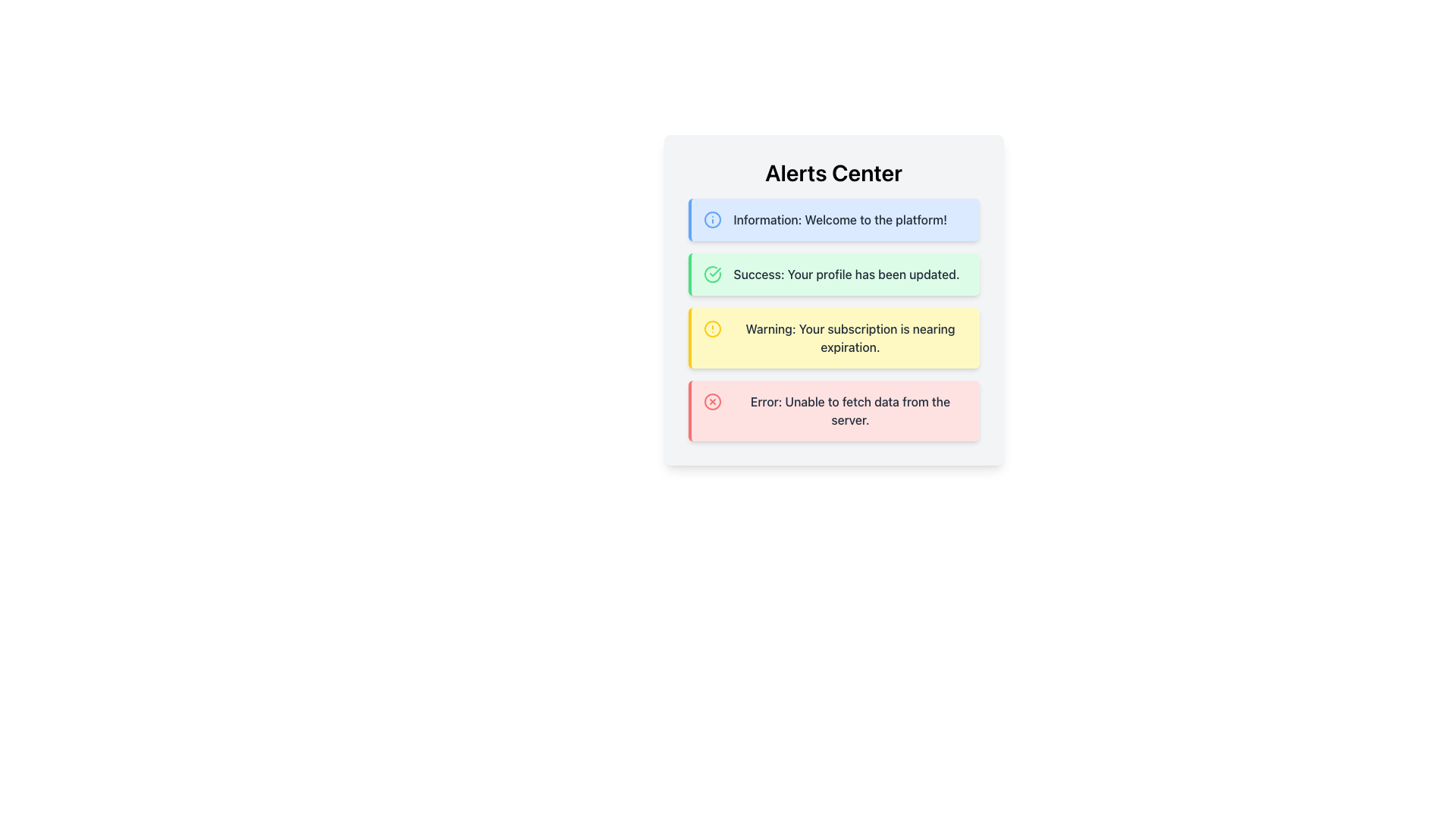 The image size is (1456, 819). I want to click on error message displayed in the text component of the alert box that states 'Error: Unable to fetch data from the server.', so click(850, 411).